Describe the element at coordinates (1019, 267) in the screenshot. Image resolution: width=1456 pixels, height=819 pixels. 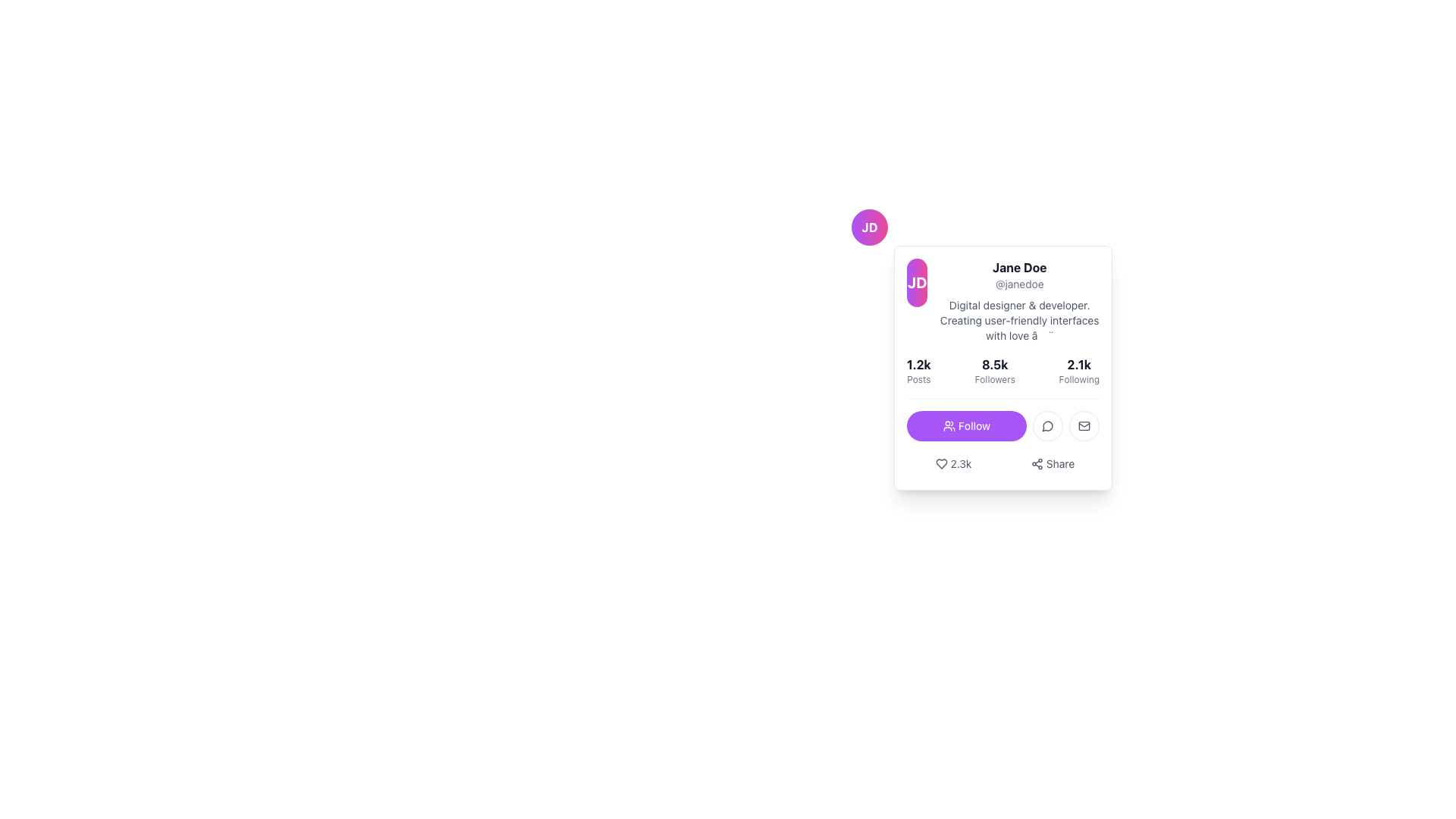
I see `the text 'Jane Doe' from the text label that is prominently displayed in bold on a white background, located at the top-middle area of the user information card` at that location.